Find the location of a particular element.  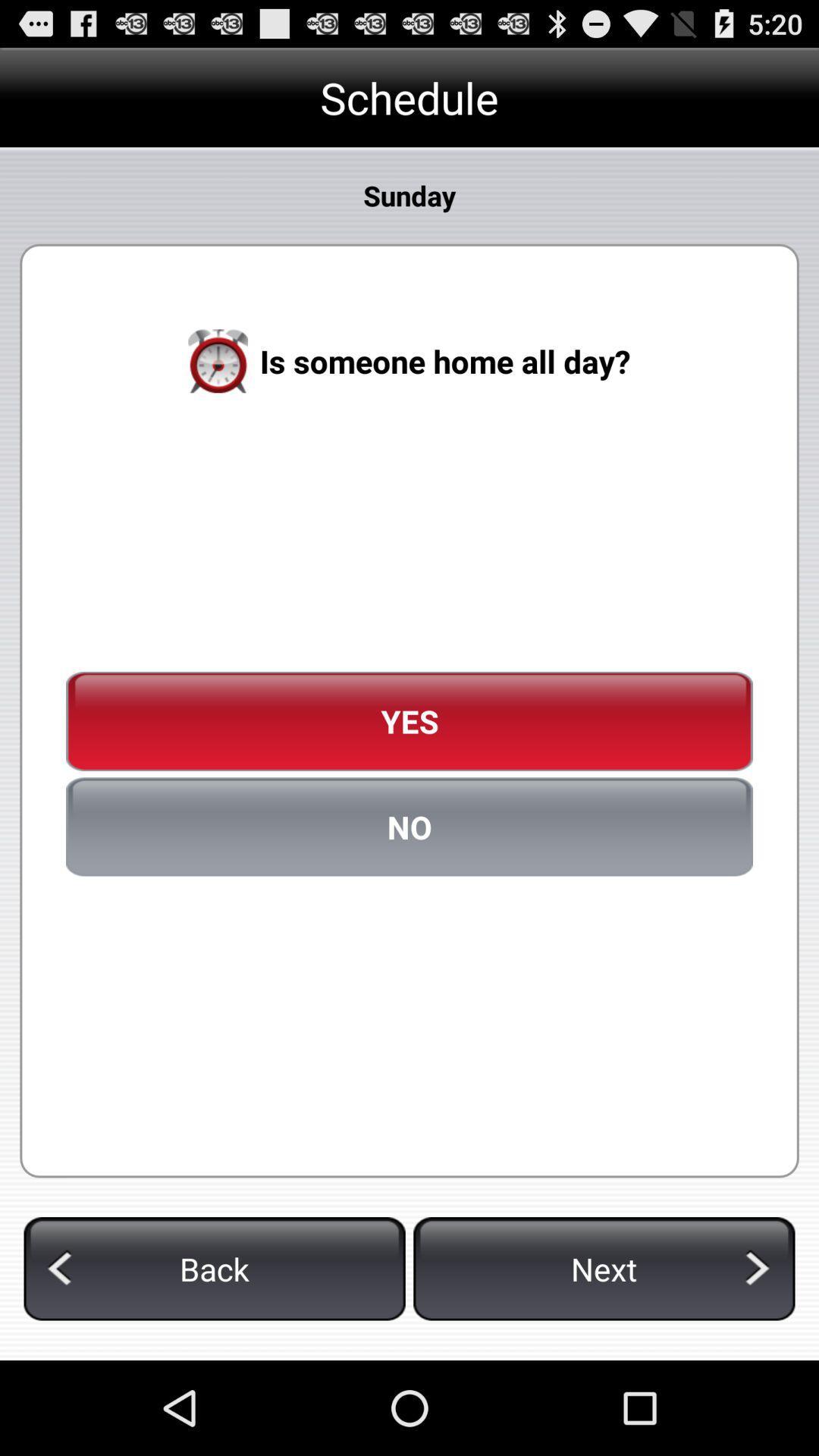

the icon at the bottom left corner is located at coordinates (215, 1269).